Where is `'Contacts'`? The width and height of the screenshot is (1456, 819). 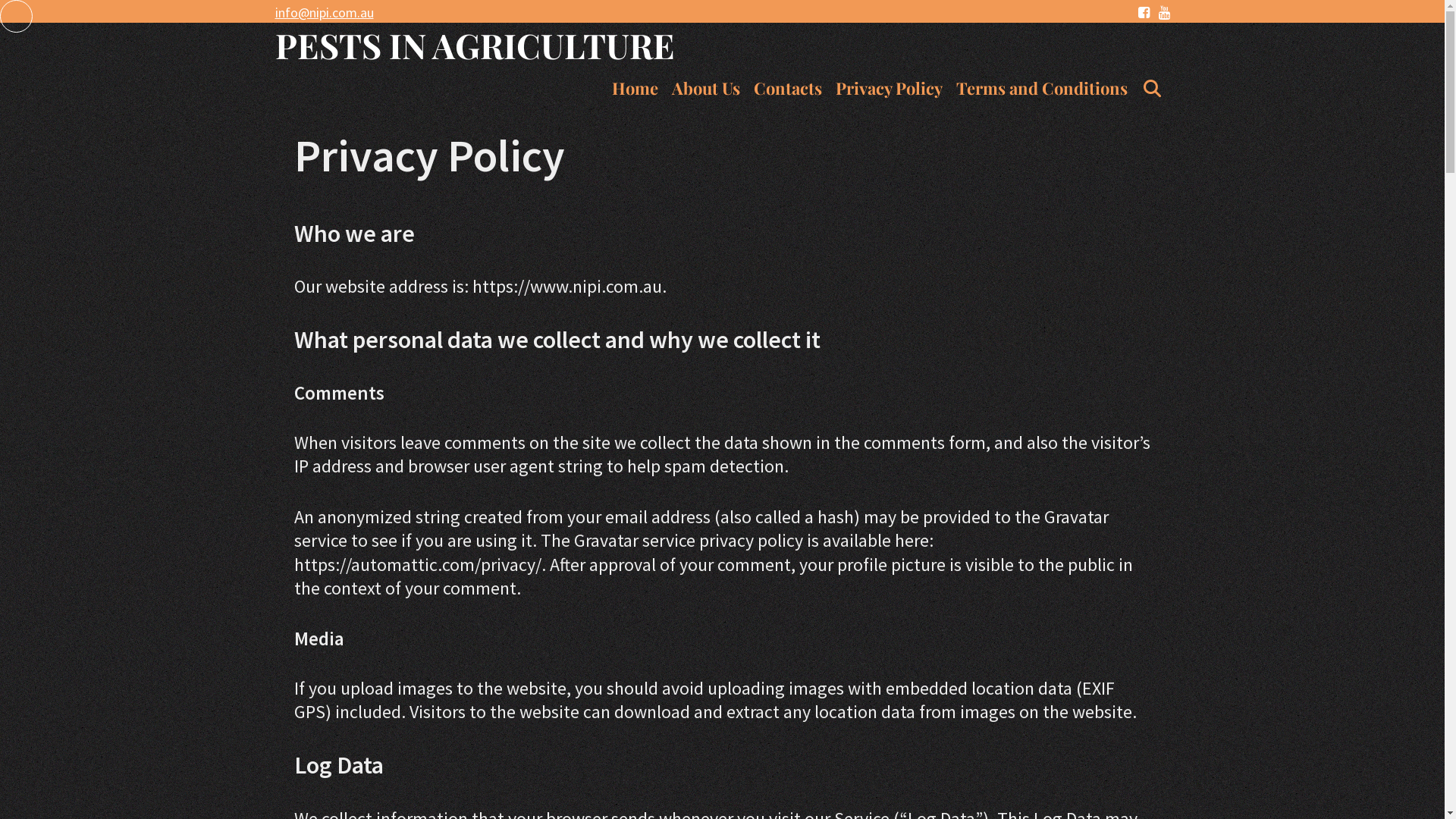
'Contacts' is located at coordinates (787, 88).